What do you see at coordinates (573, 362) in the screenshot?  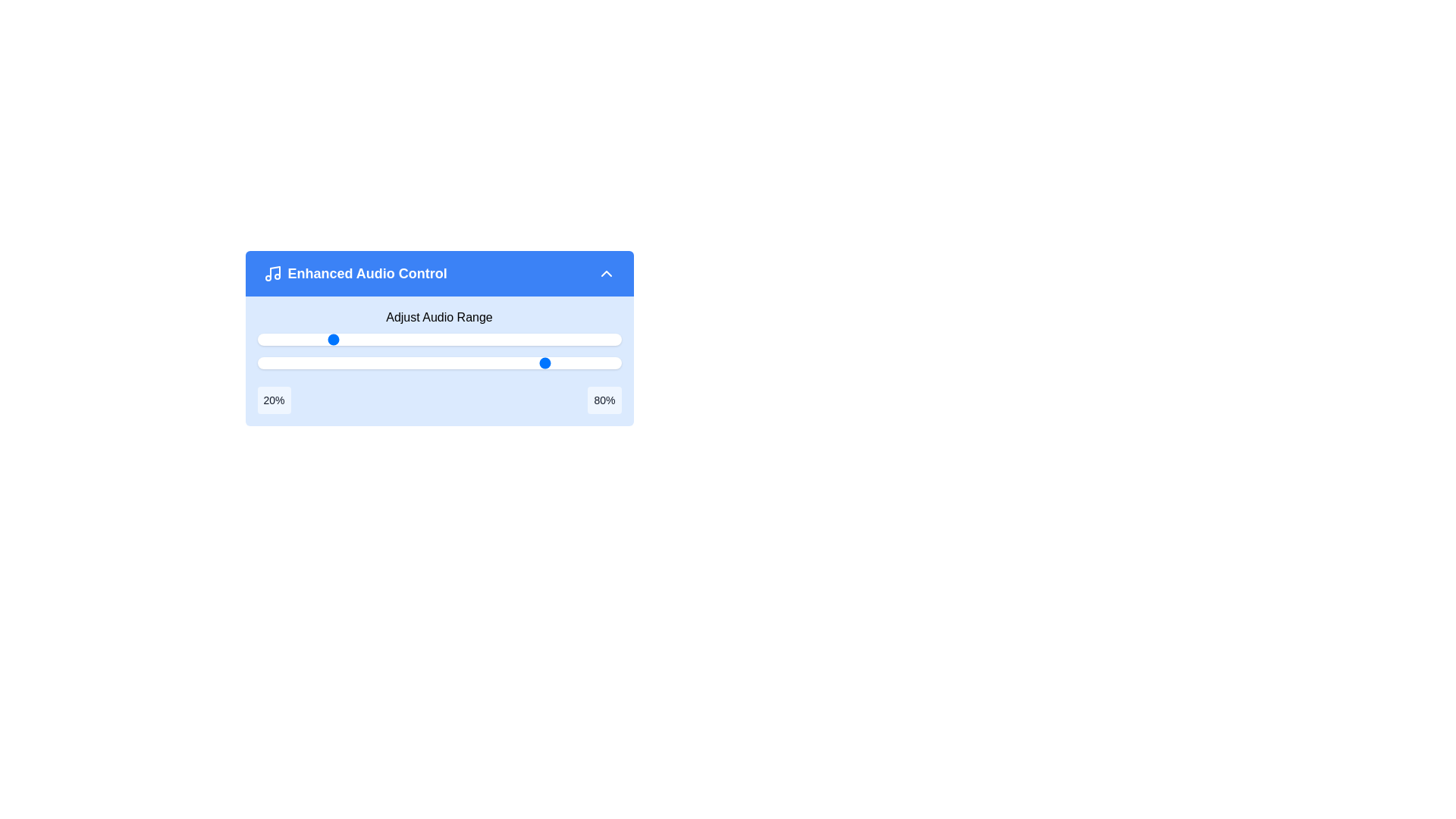 I see `the slider` at bounding box center [573, 362].